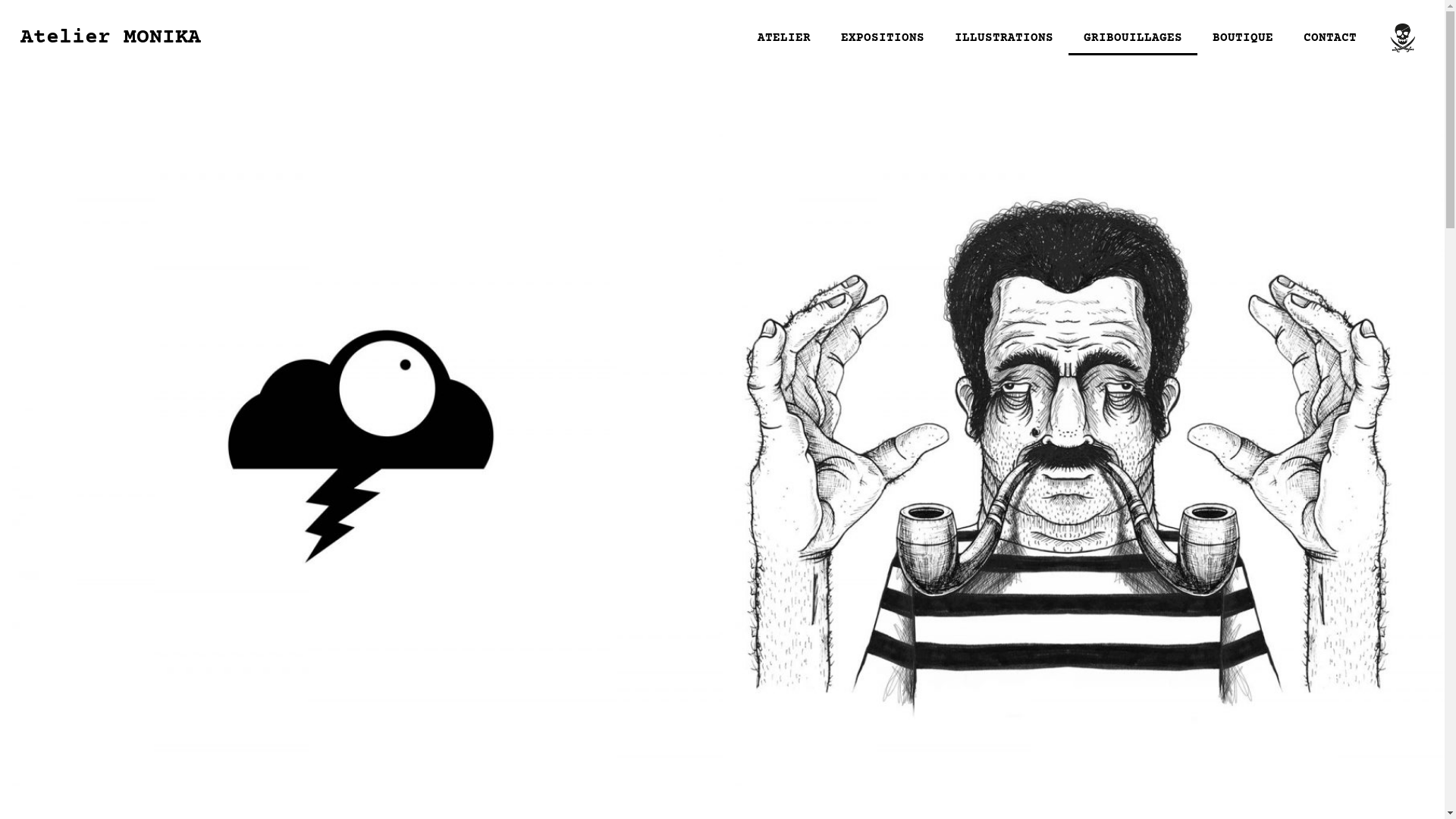 This screenshot has width=1456, height=819. What do you see at coordinates (1132, 37) in the screenshot?
I see `'GRIBOUILLAGES'` at bounding box center [1132, 37].